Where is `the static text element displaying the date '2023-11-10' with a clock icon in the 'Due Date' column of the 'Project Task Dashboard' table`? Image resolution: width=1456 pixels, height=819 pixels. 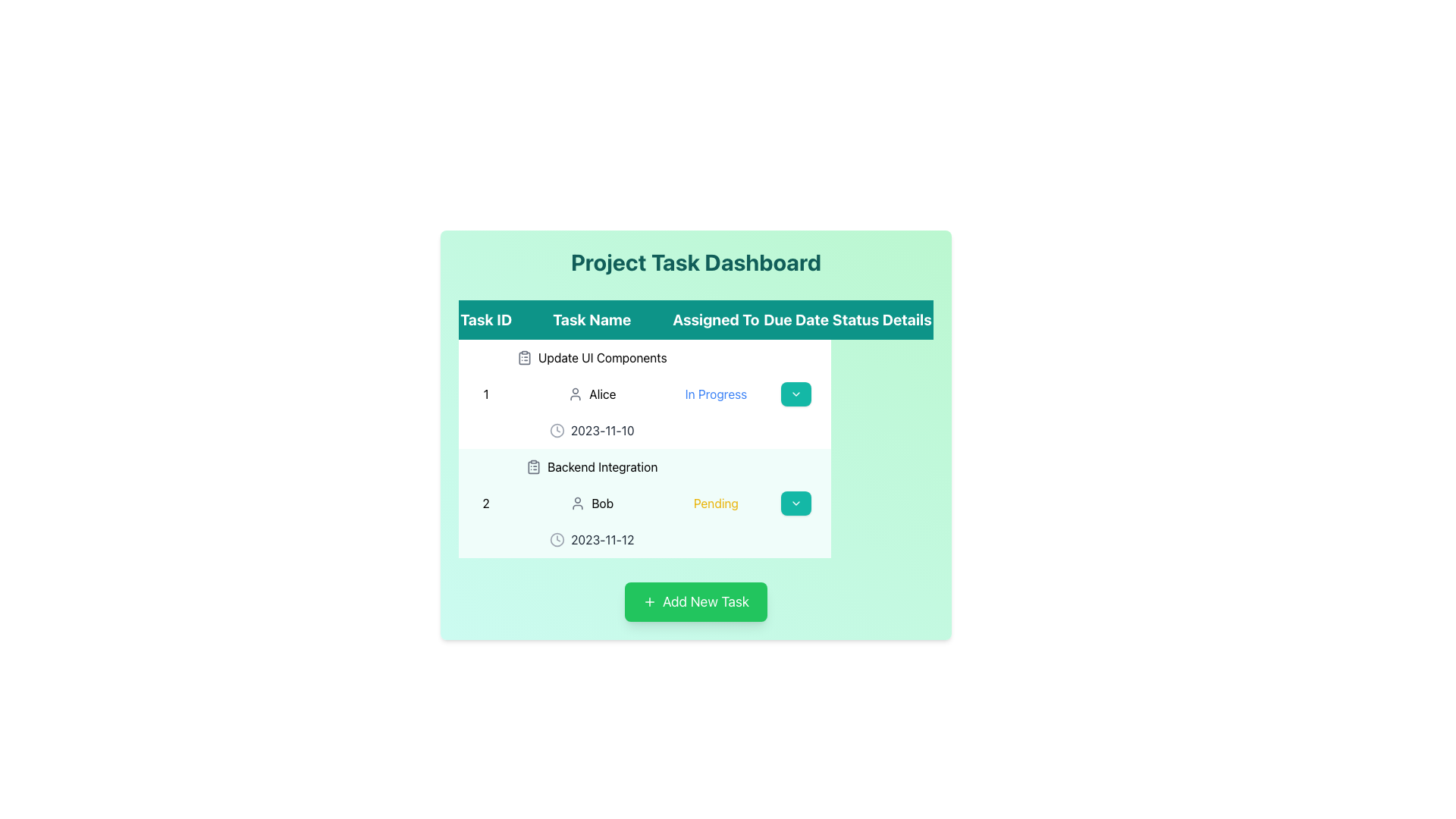 the static text element displaying the date '2023-11-10' with a clock icon in the 'Due Date' column of the 'Project Task Dashboard' table is located at coordinates (591, 430).